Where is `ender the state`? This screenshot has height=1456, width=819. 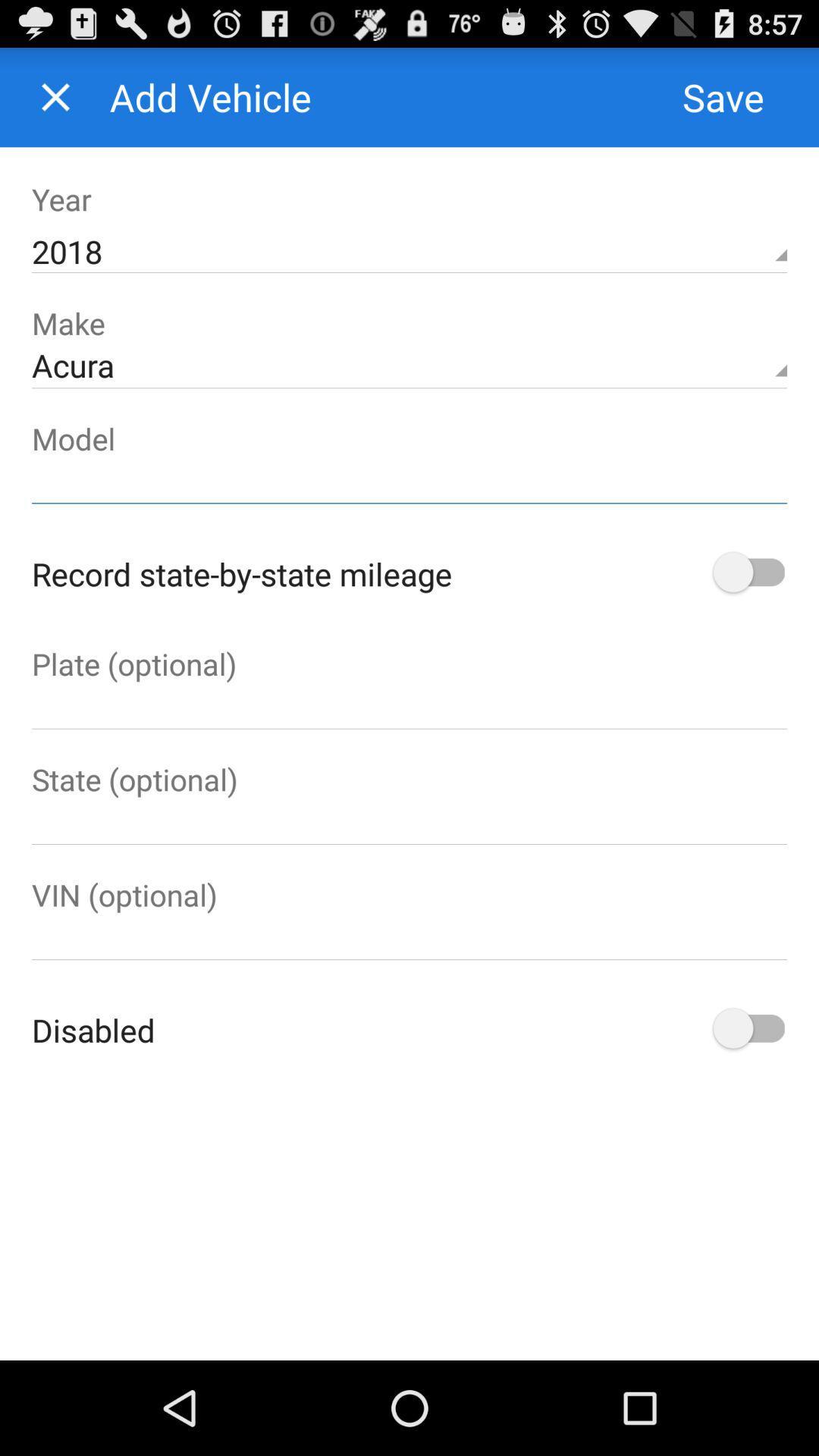
ender the state is located at coordinates (409, 821).